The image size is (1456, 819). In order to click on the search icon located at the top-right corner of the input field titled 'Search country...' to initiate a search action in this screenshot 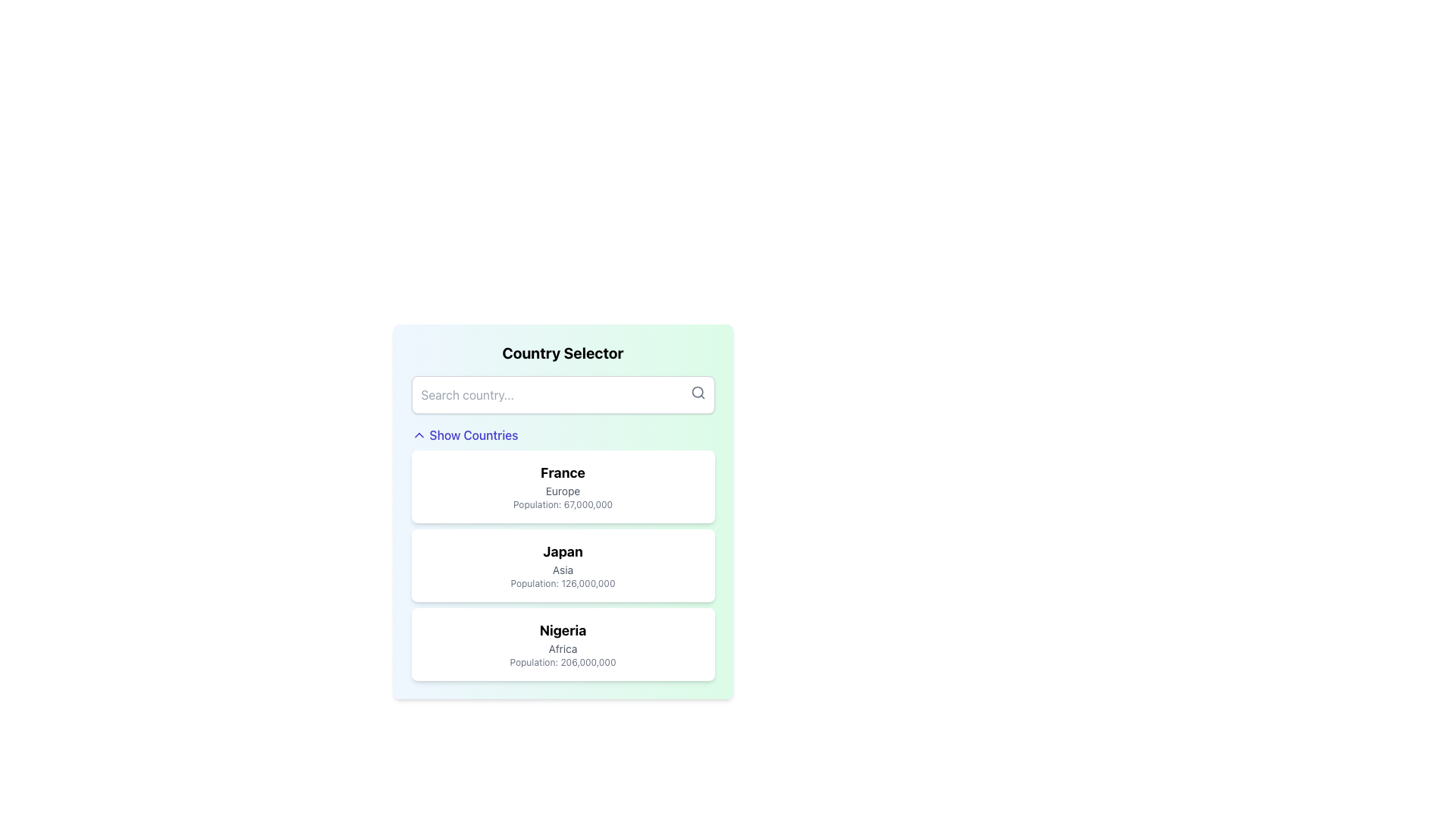, I will do `click(697, 391)`.